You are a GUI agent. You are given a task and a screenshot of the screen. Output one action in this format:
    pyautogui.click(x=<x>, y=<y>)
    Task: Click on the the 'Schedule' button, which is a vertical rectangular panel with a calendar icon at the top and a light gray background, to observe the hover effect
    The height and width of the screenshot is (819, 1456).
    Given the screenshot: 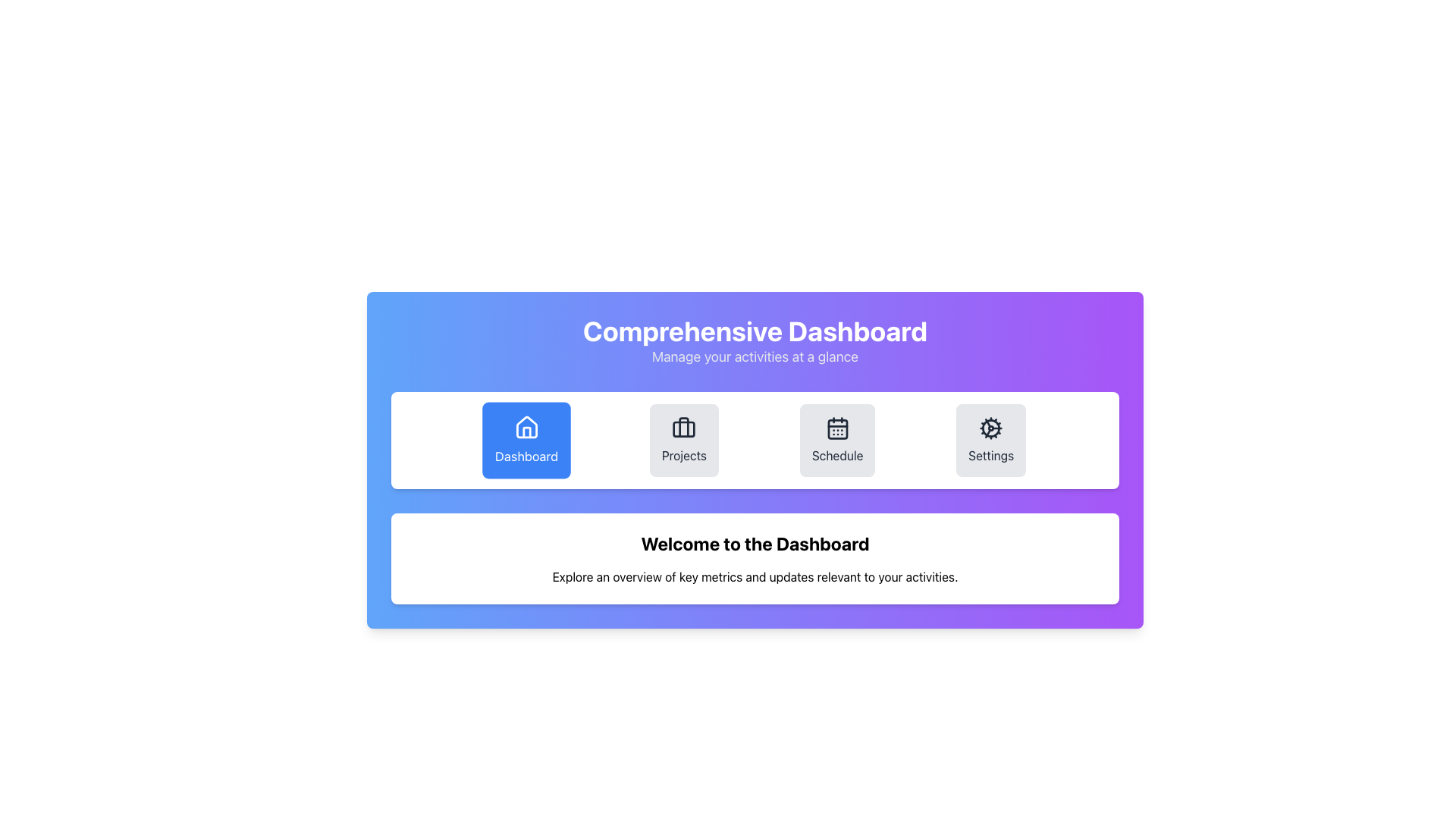 What is the action you would take?
    pyautogui.click(x=836, y=441)
    